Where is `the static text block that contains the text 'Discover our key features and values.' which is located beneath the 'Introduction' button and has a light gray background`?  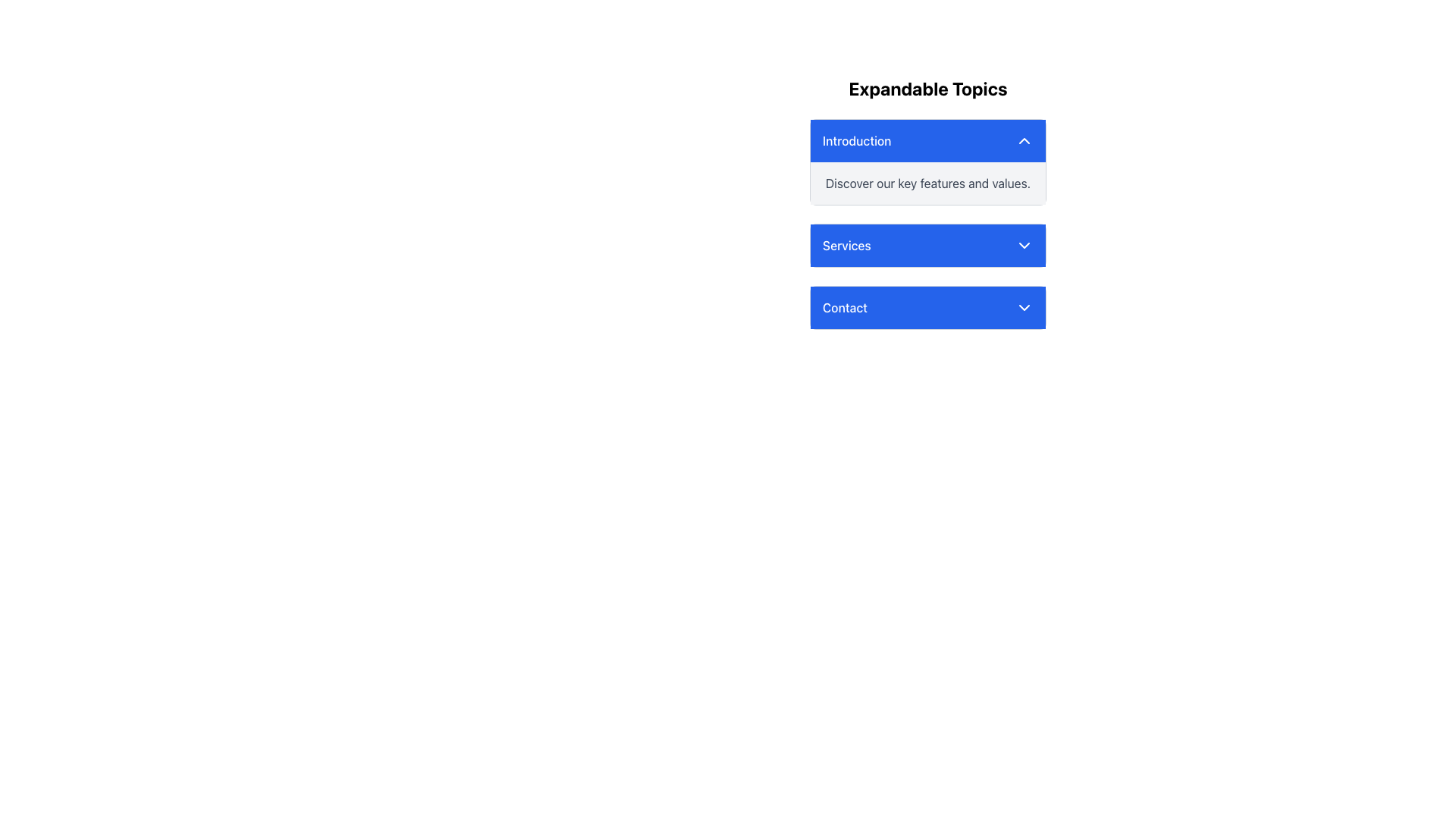 the static text block that contains the text 'Discover our key features and values.' which is located beneath the 'Introduction' button and has a light gray background is located at coordinates (927, 183).